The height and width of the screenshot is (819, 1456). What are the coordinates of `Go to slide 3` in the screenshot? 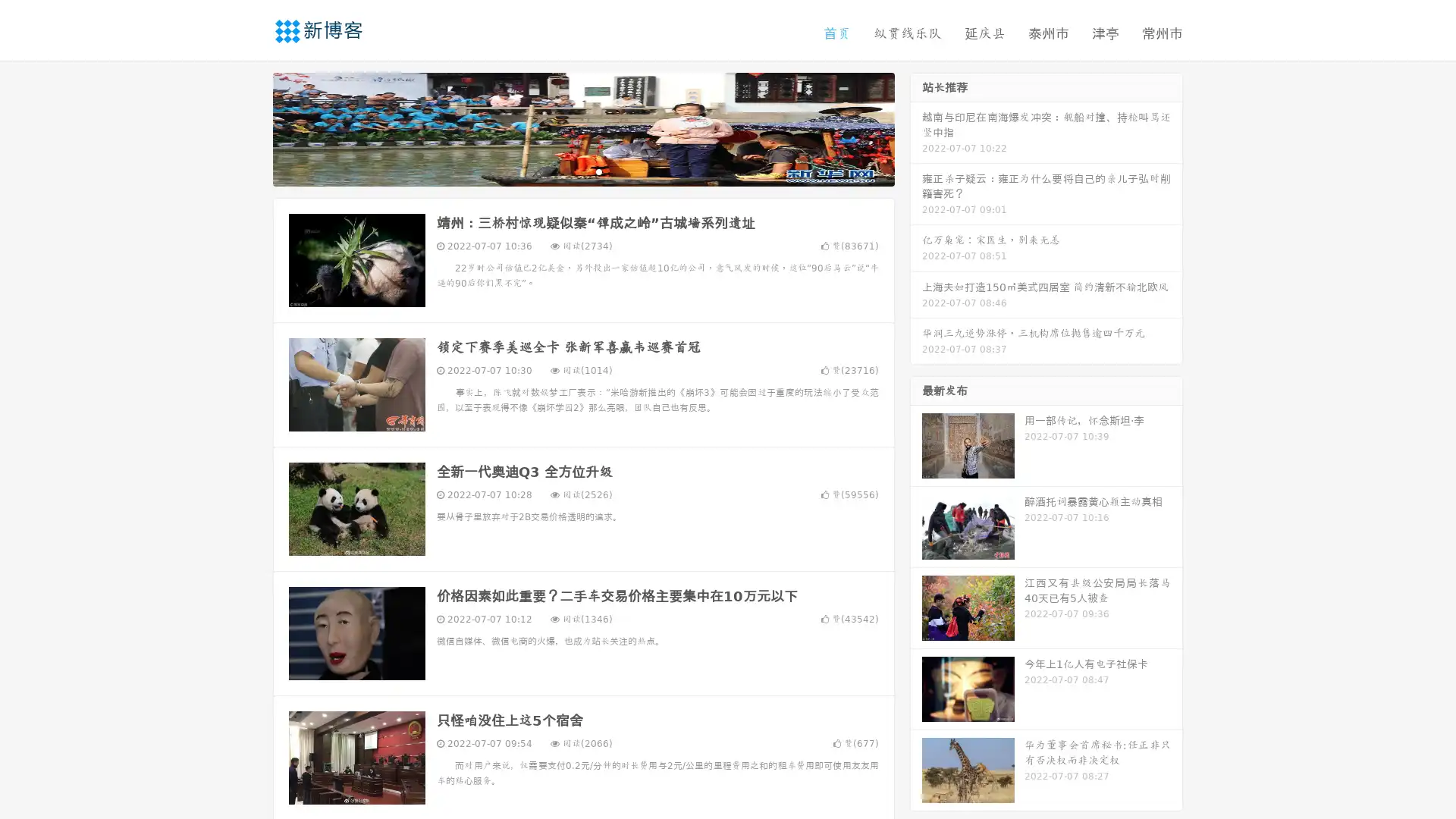 It's located at (598, 171).